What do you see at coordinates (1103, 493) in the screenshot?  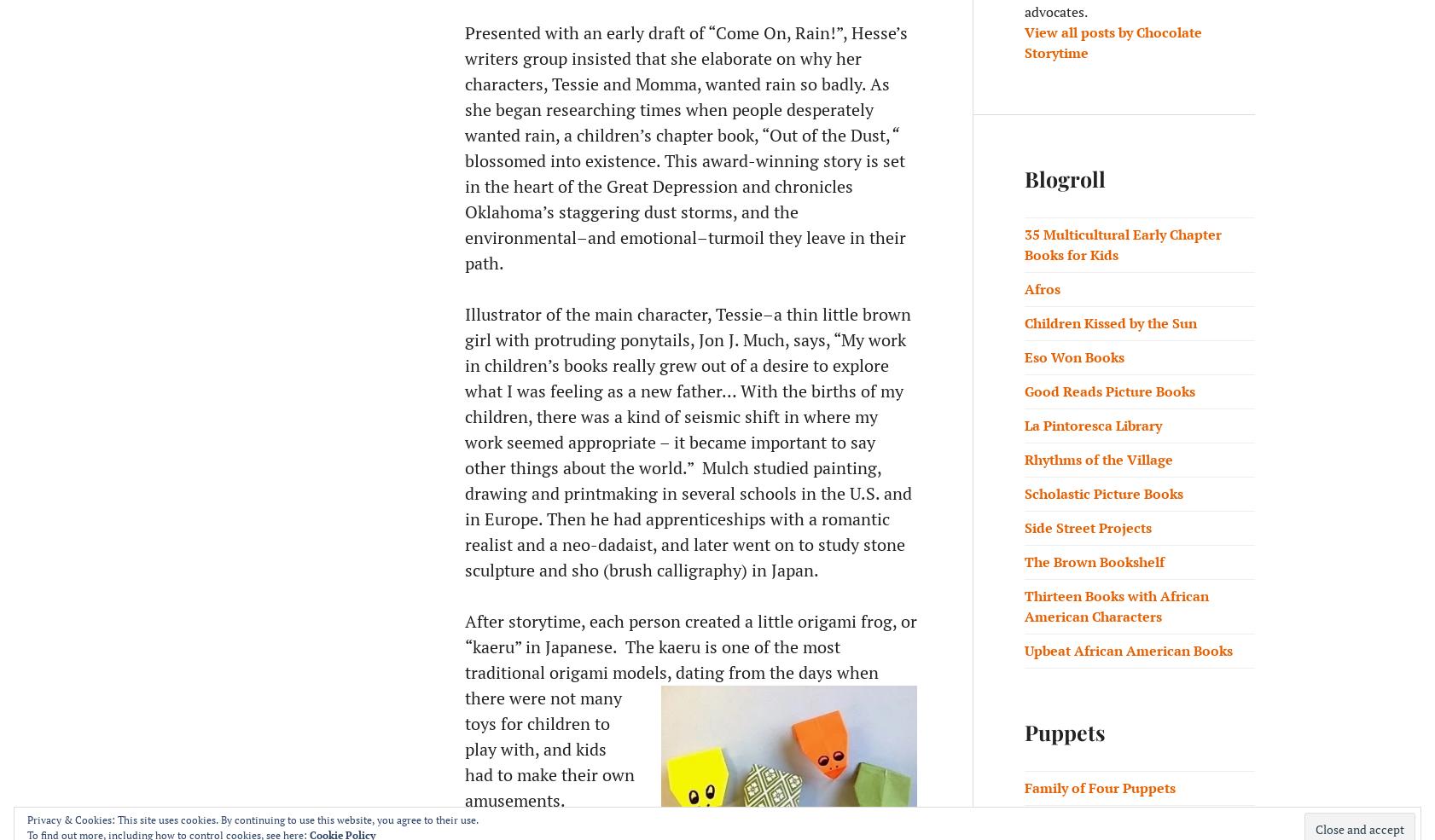 I see `'Scholastic Picture Books'` at bounding box center [1103, 493].